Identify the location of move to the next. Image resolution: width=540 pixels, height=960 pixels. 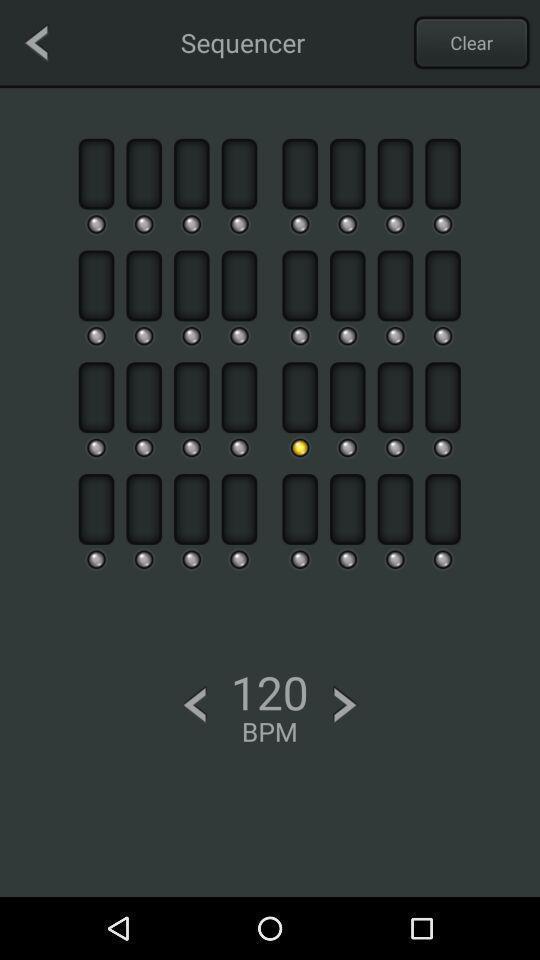
(344, 705).